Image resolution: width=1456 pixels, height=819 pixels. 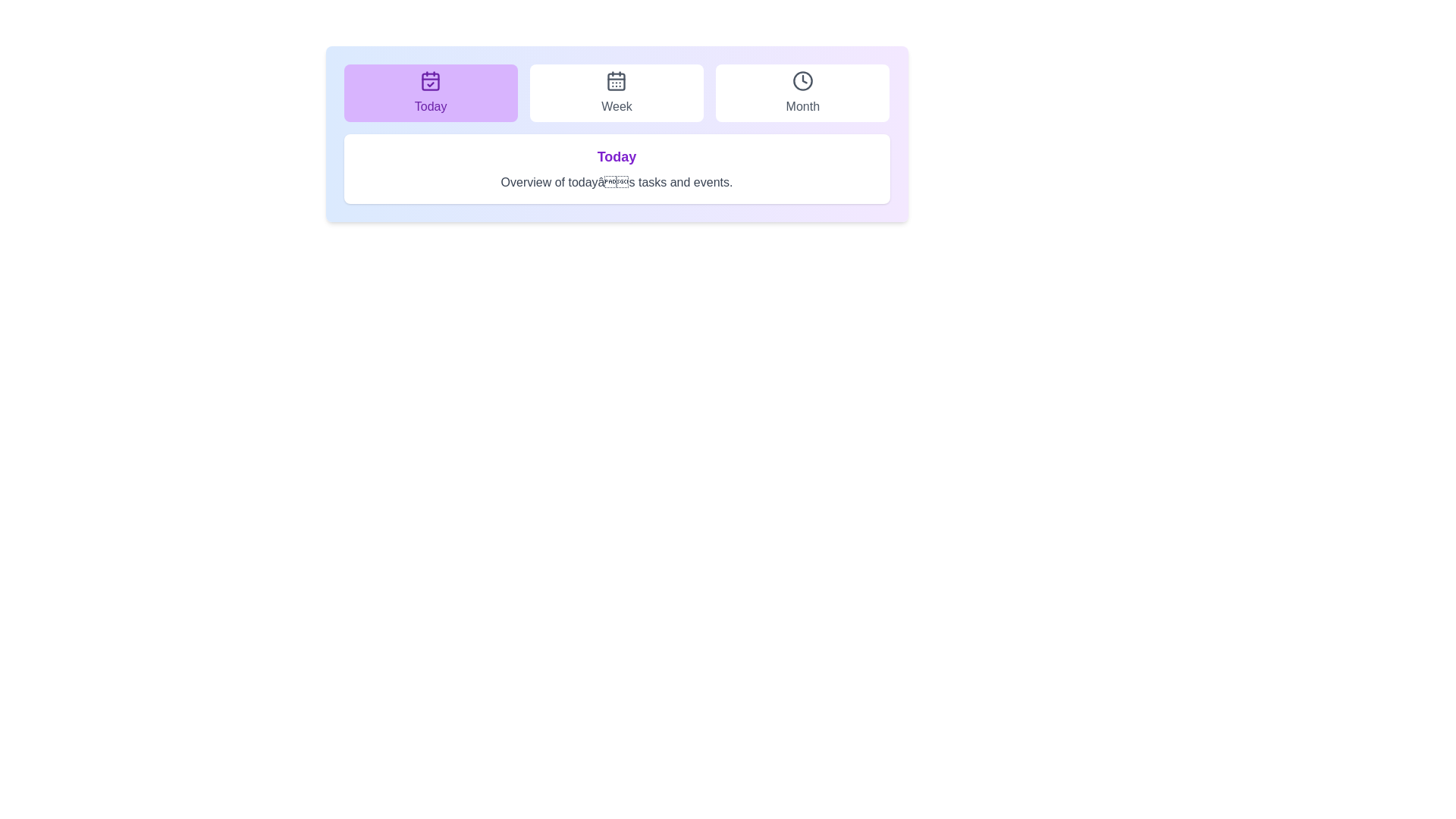 What do you see at coordinates (430, 81) in the screenshot?
I see `the icon within the Today tab` at bounding box center [430, 81].